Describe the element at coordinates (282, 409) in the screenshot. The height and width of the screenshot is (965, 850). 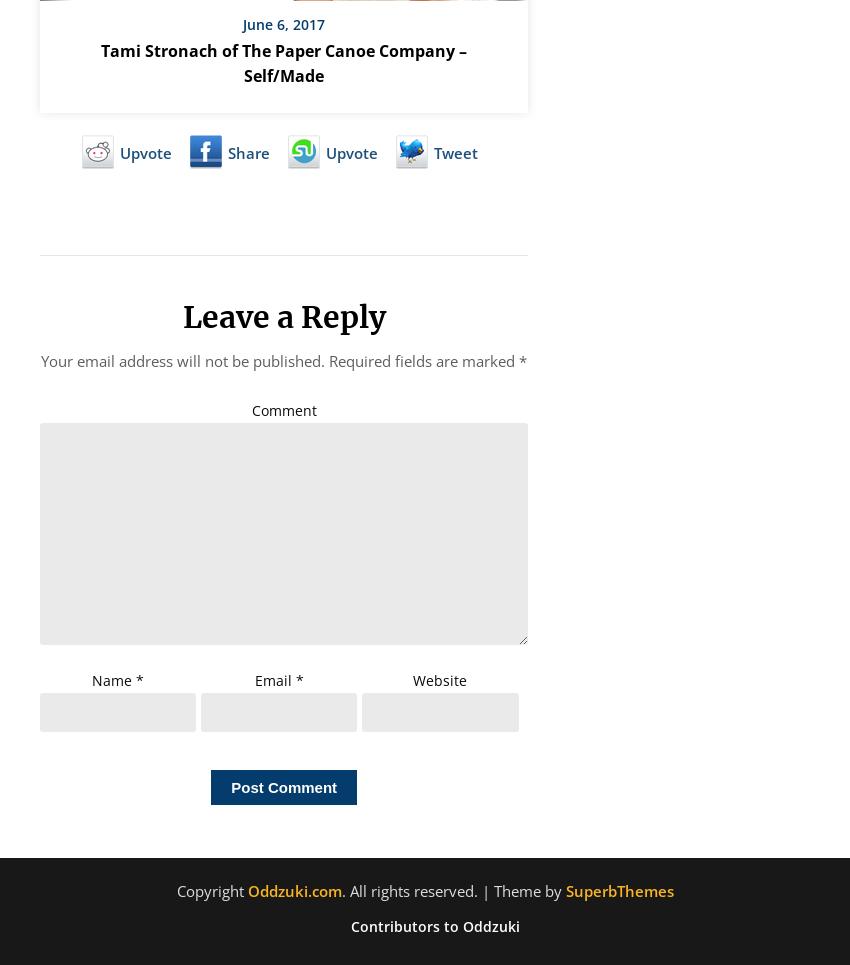
I see `'Comment'` at that location.